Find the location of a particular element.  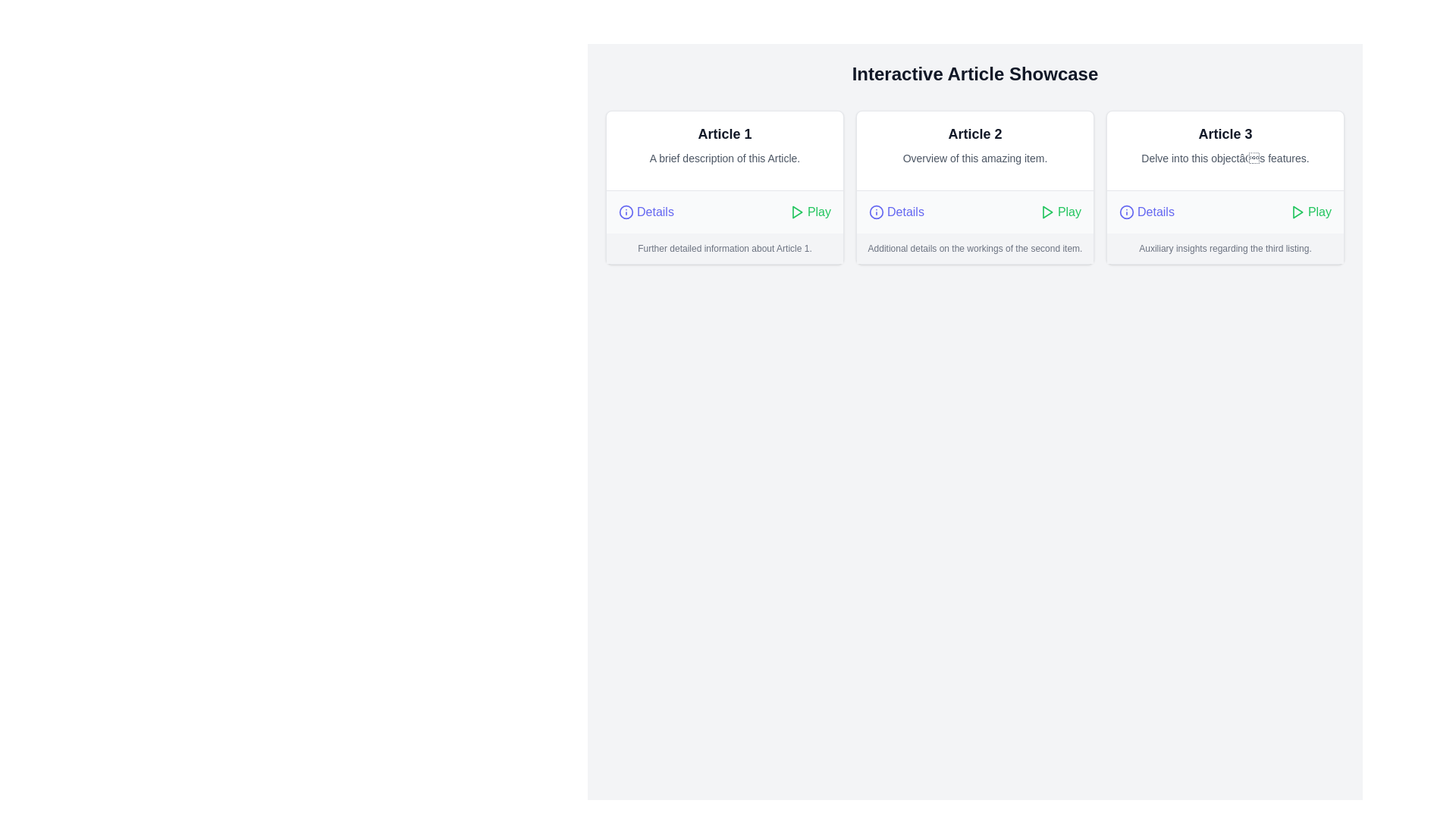

the Text label that displays additional details about 'Article 3' to observe the possible tooltip is located at coordinates (1155, 212).